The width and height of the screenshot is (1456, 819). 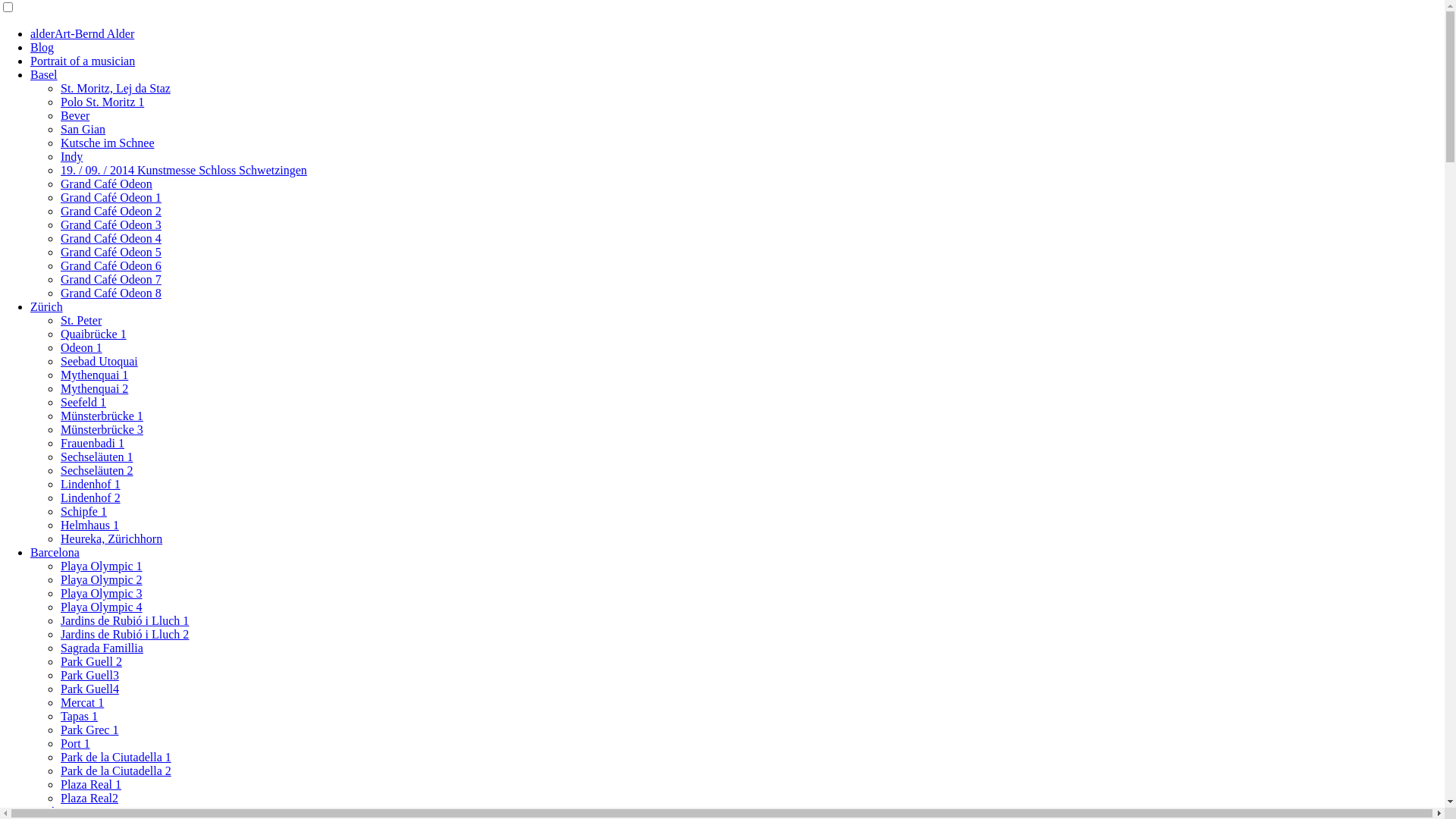 I want to click on 'Bever', so click(x=74, y=115).